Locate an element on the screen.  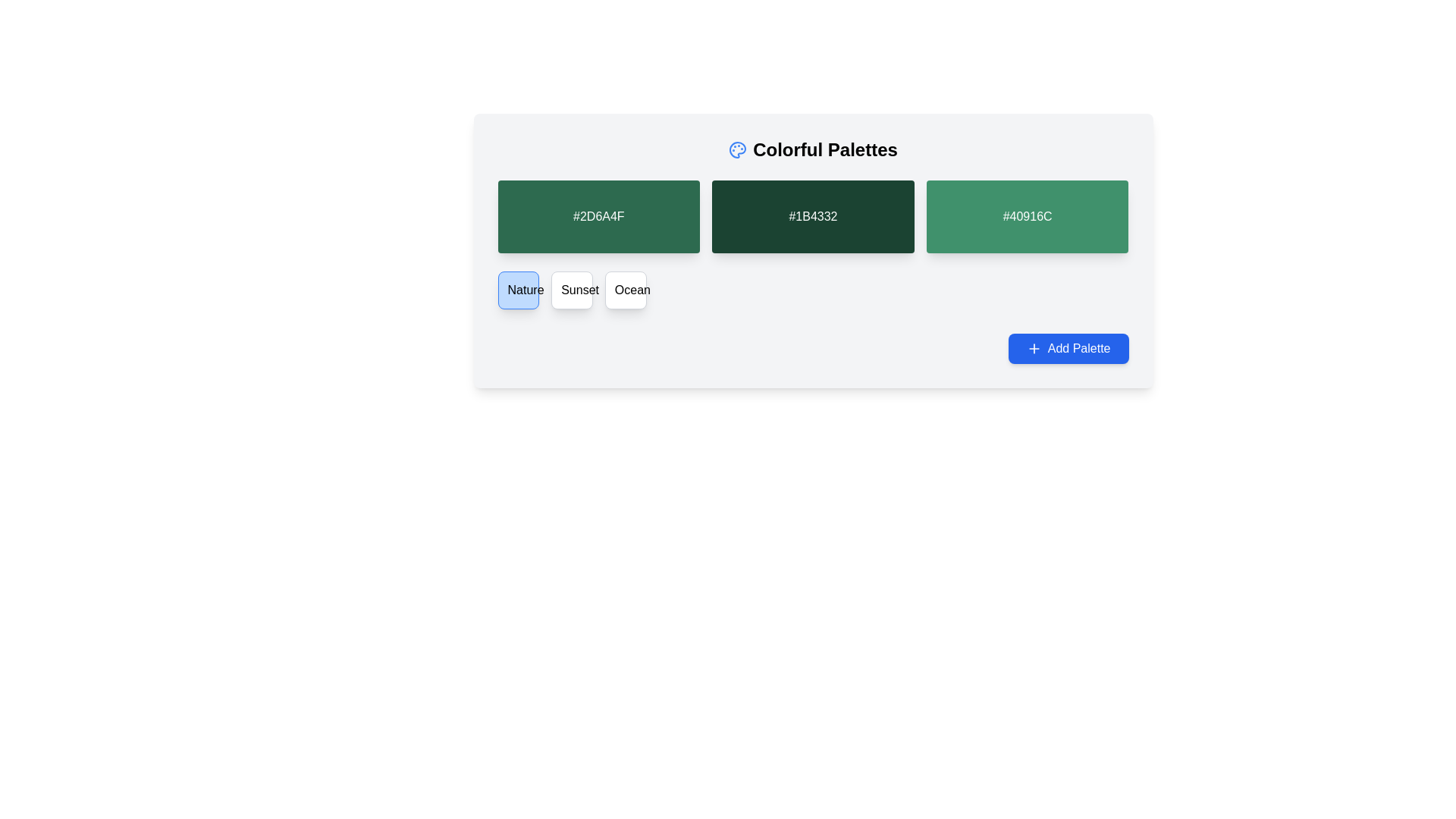
the second color swatch color box with the color code '#1B4332' to copy the color code is located at coordinates (812, 250).